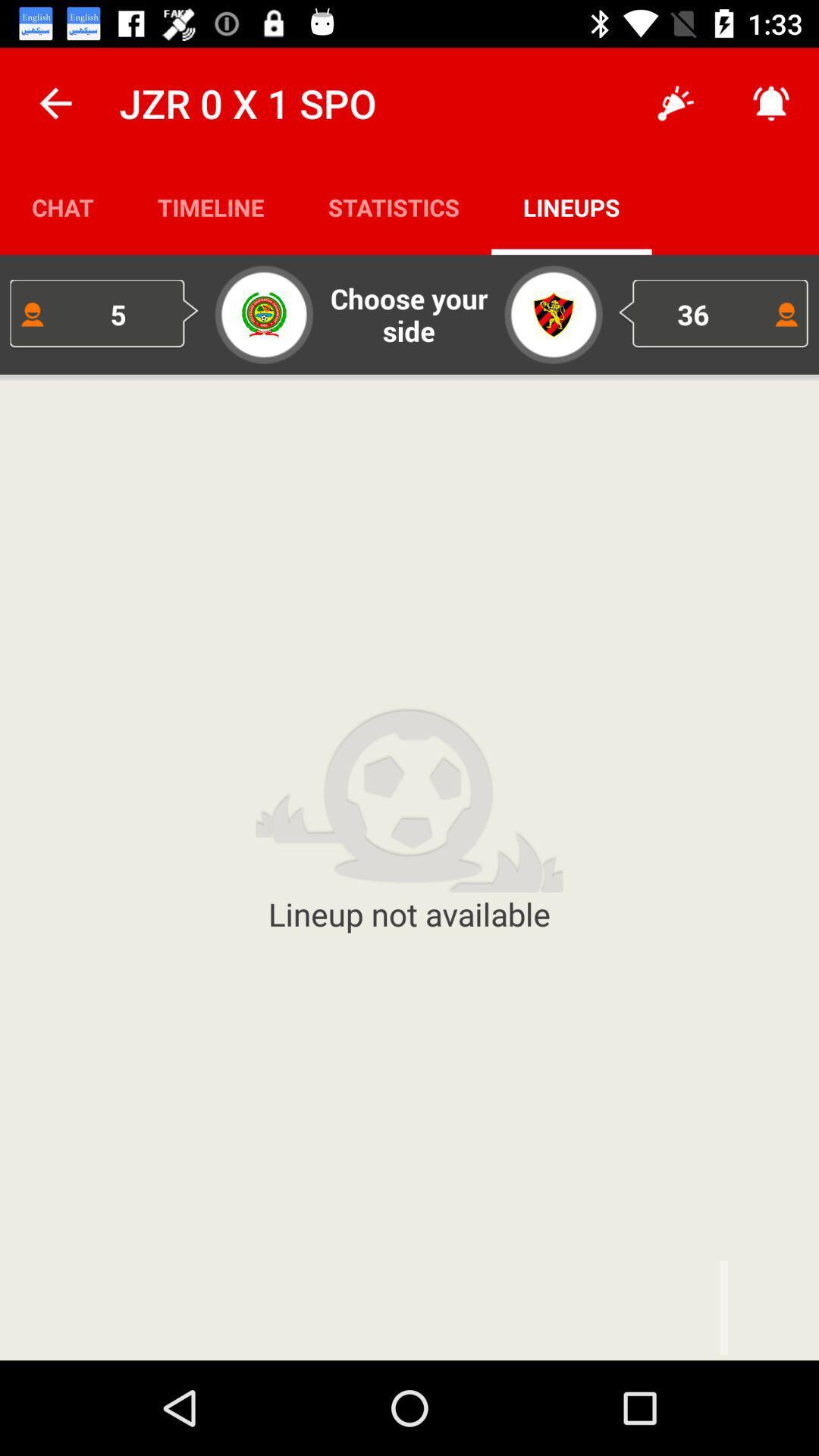 This screenshot has height=1456, width=819. I want to click on the timeline item, so click(211, 206).